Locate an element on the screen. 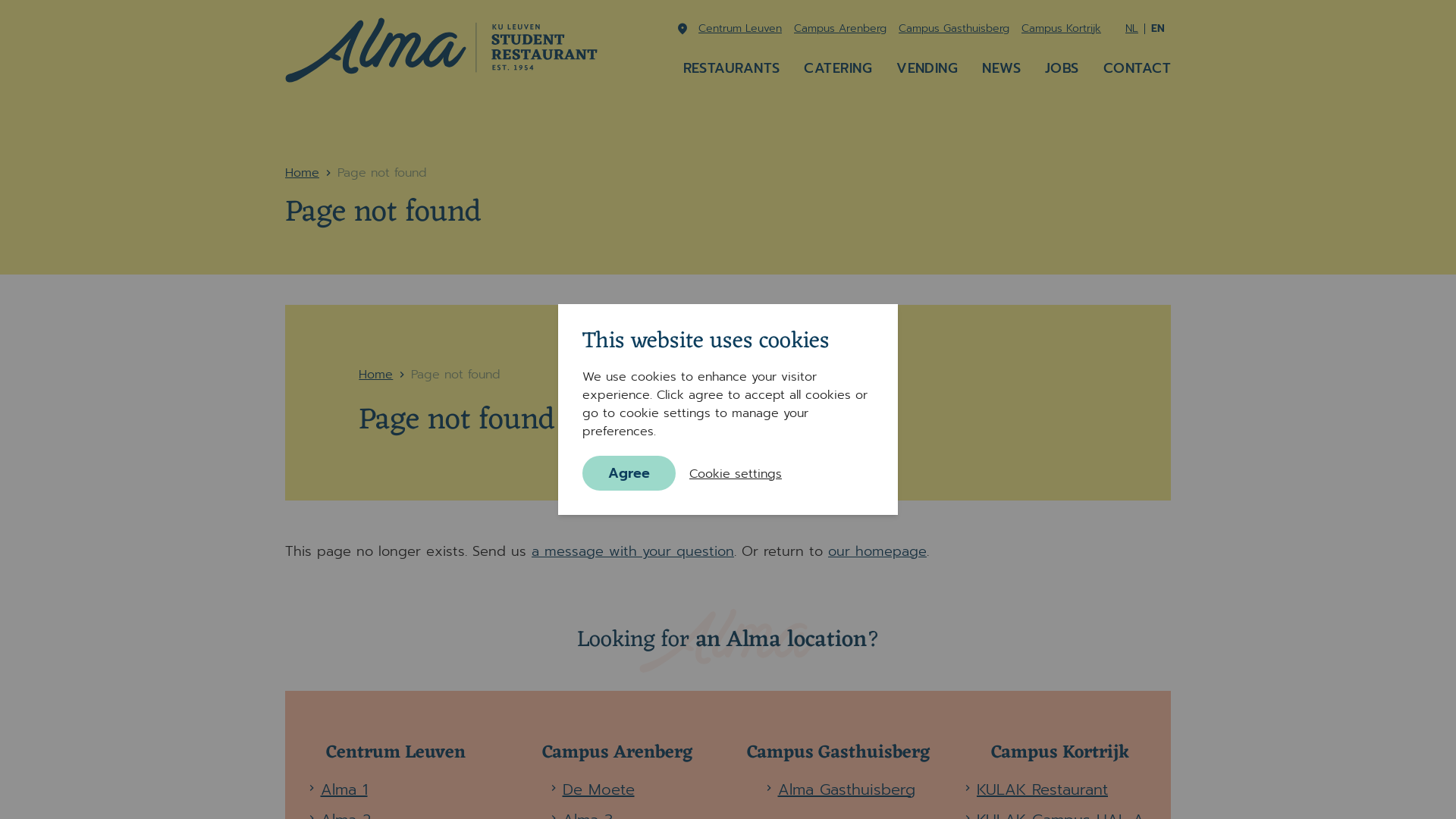 The image size is (1456, 819). 'RESTAURANTS' is located at coordinates (731, 67).